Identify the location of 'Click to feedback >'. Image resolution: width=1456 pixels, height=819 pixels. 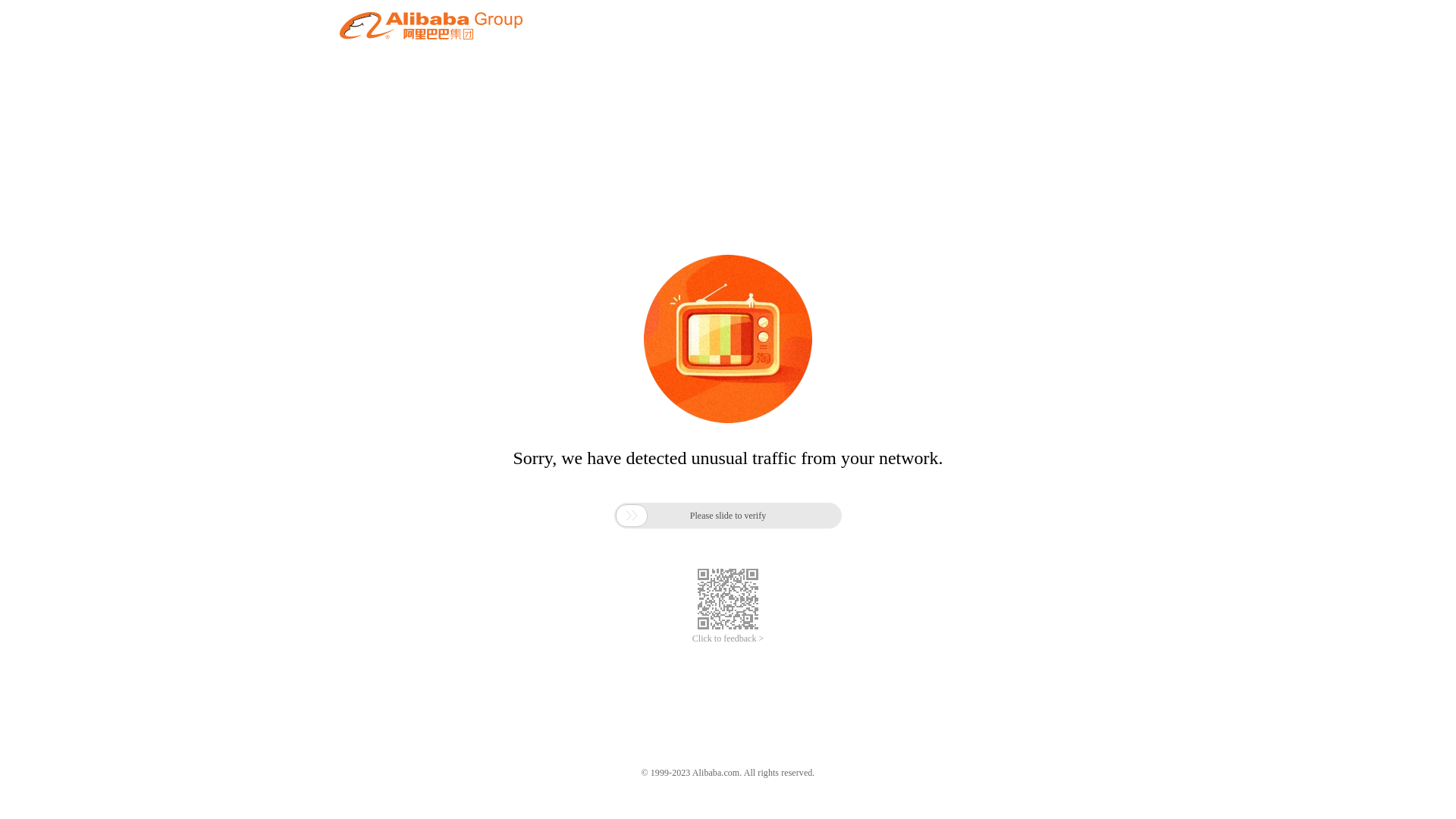
(728, 639).